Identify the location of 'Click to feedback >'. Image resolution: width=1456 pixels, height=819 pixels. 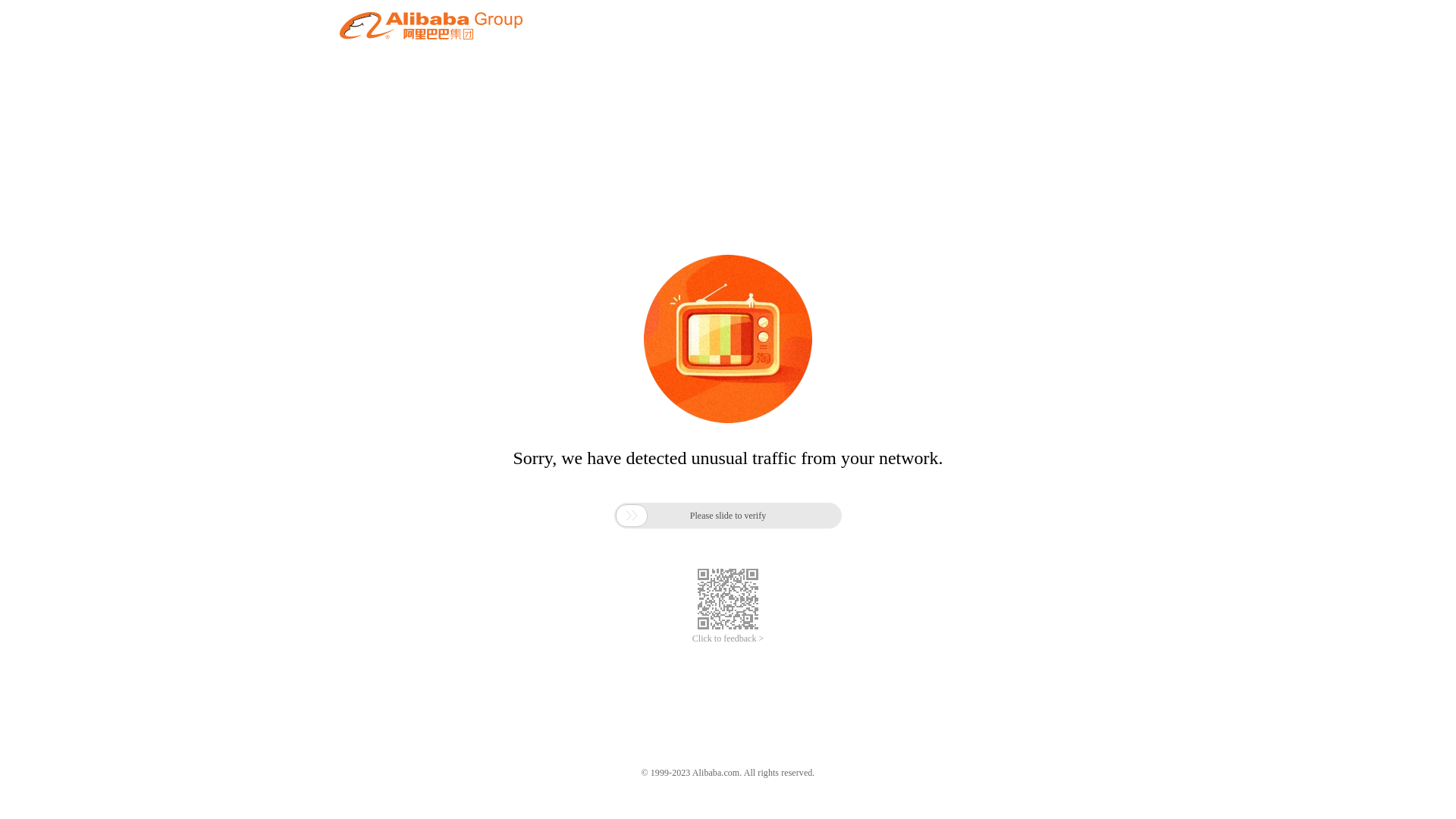
(728, 639).